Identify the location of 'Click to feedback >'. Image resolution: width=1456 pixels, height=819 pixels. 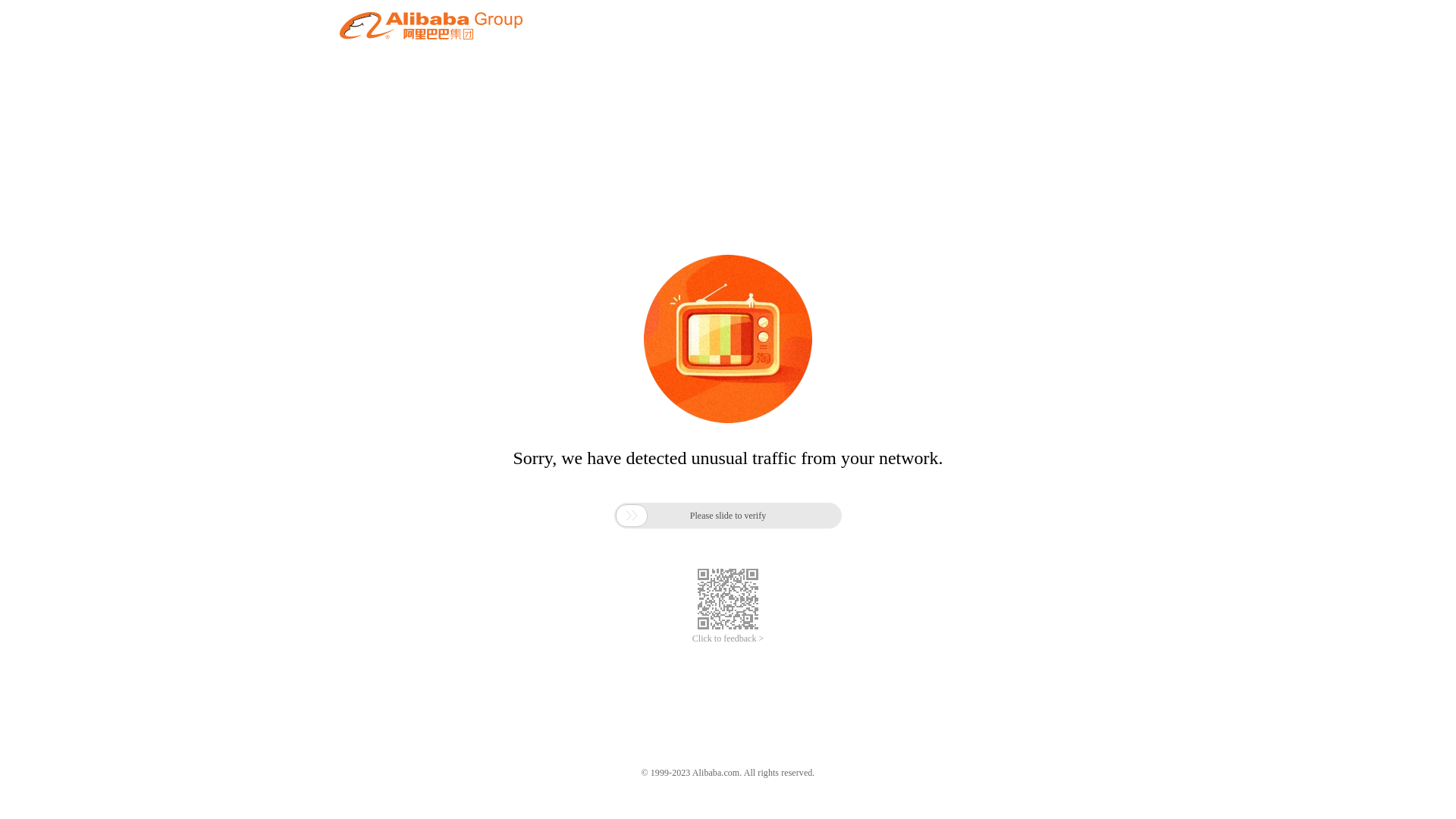
(728, 639).